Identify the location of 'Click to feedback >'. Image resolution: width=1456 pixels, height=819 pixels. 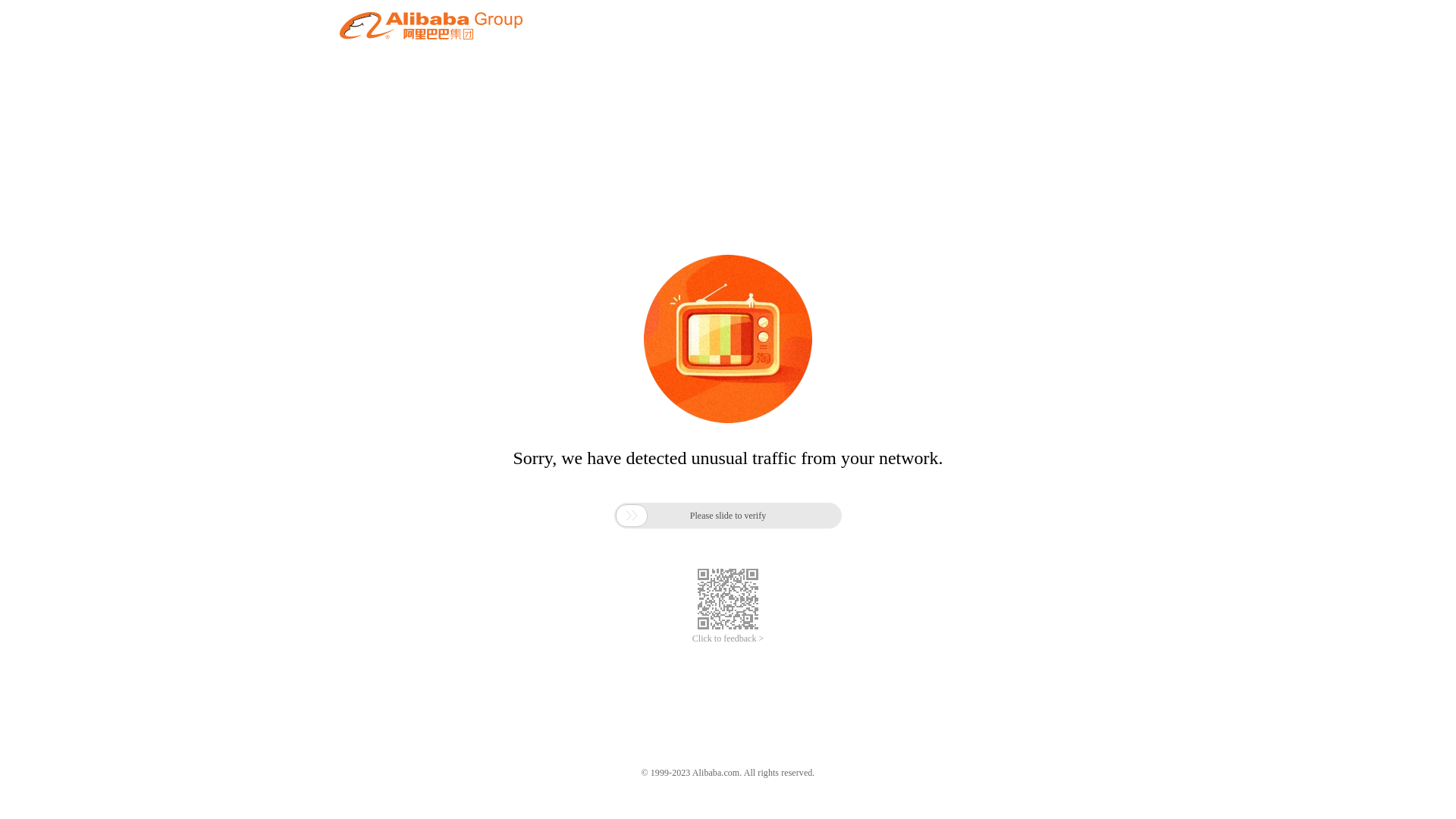
(728, 639).